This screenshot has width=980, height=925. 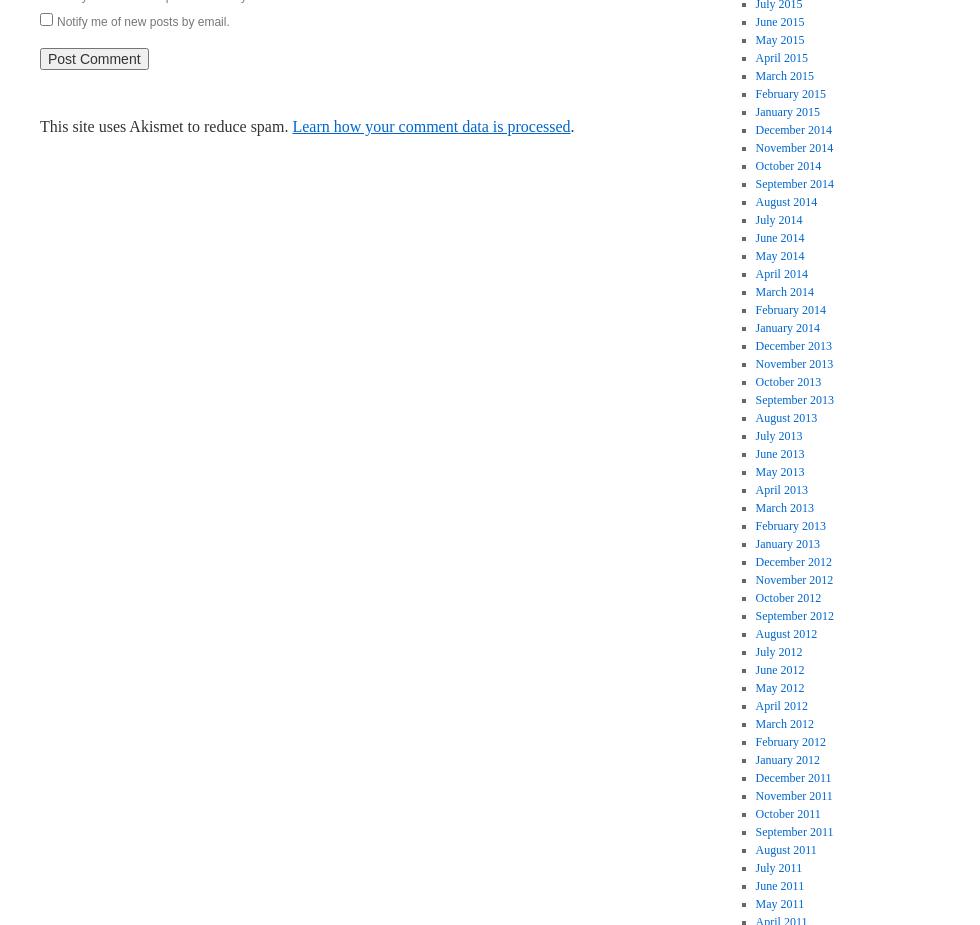 What do you see at coordinates (778, 218) in the screenshot?
I see `'July 2014'` at bounding box center [778, 218].